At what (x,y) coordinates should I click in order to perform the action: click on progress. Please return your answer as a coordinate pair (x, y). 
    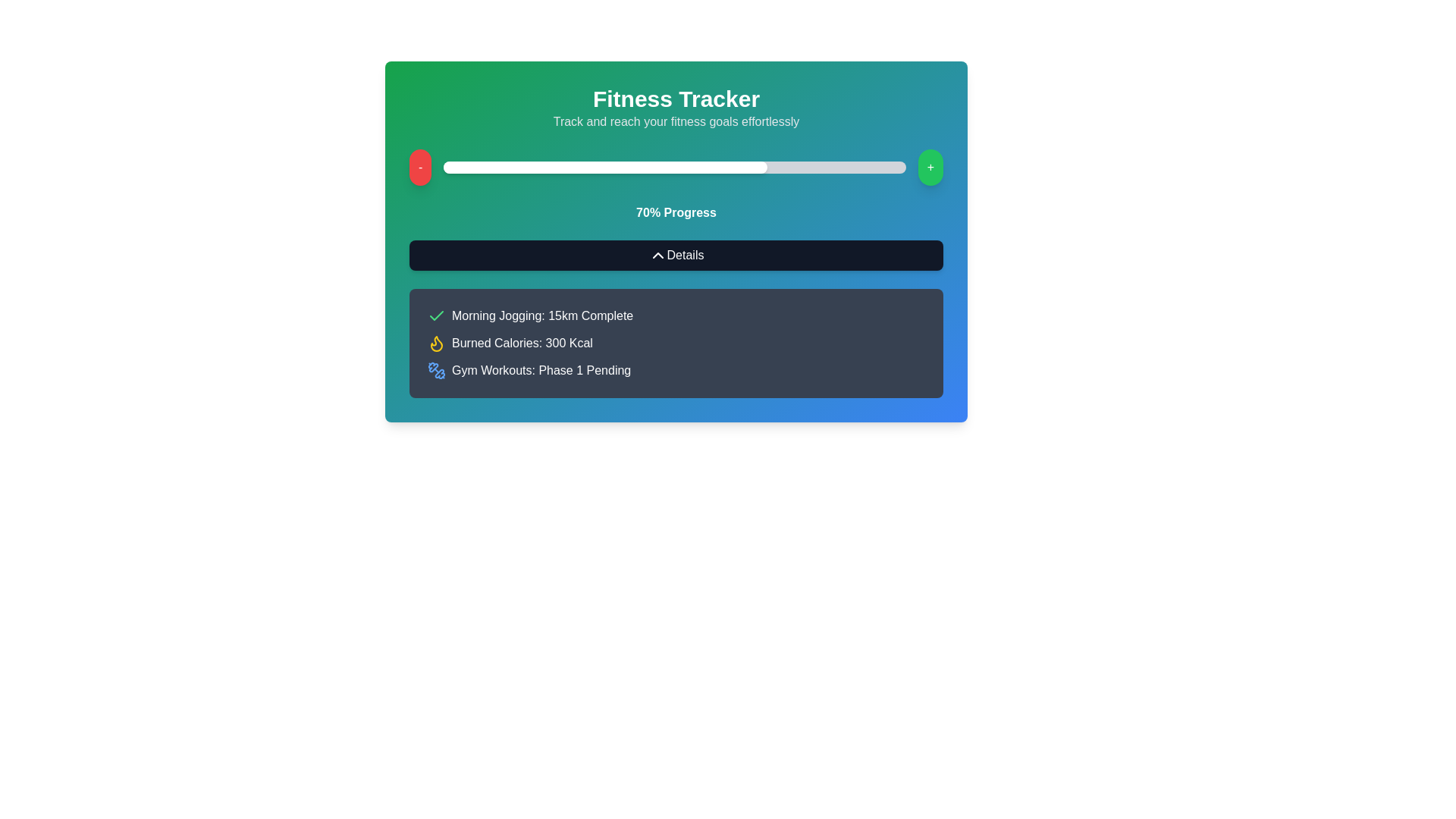
    Looking at the image, I should click on (647, 167).